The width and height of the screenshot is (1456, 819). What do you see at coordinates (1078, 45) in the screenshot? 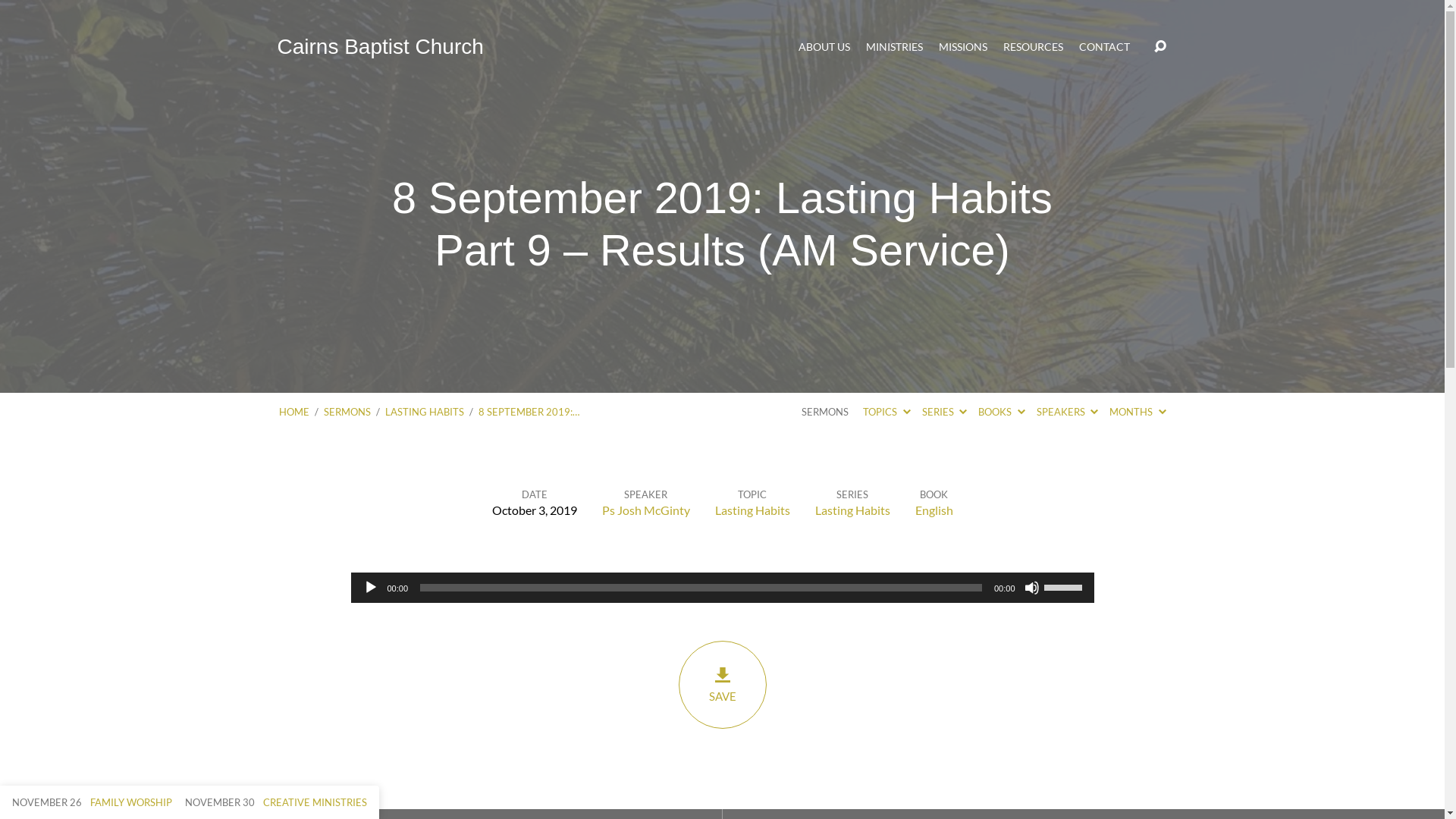
I see `'CONTACT'` at bounding box center [1078, 45].